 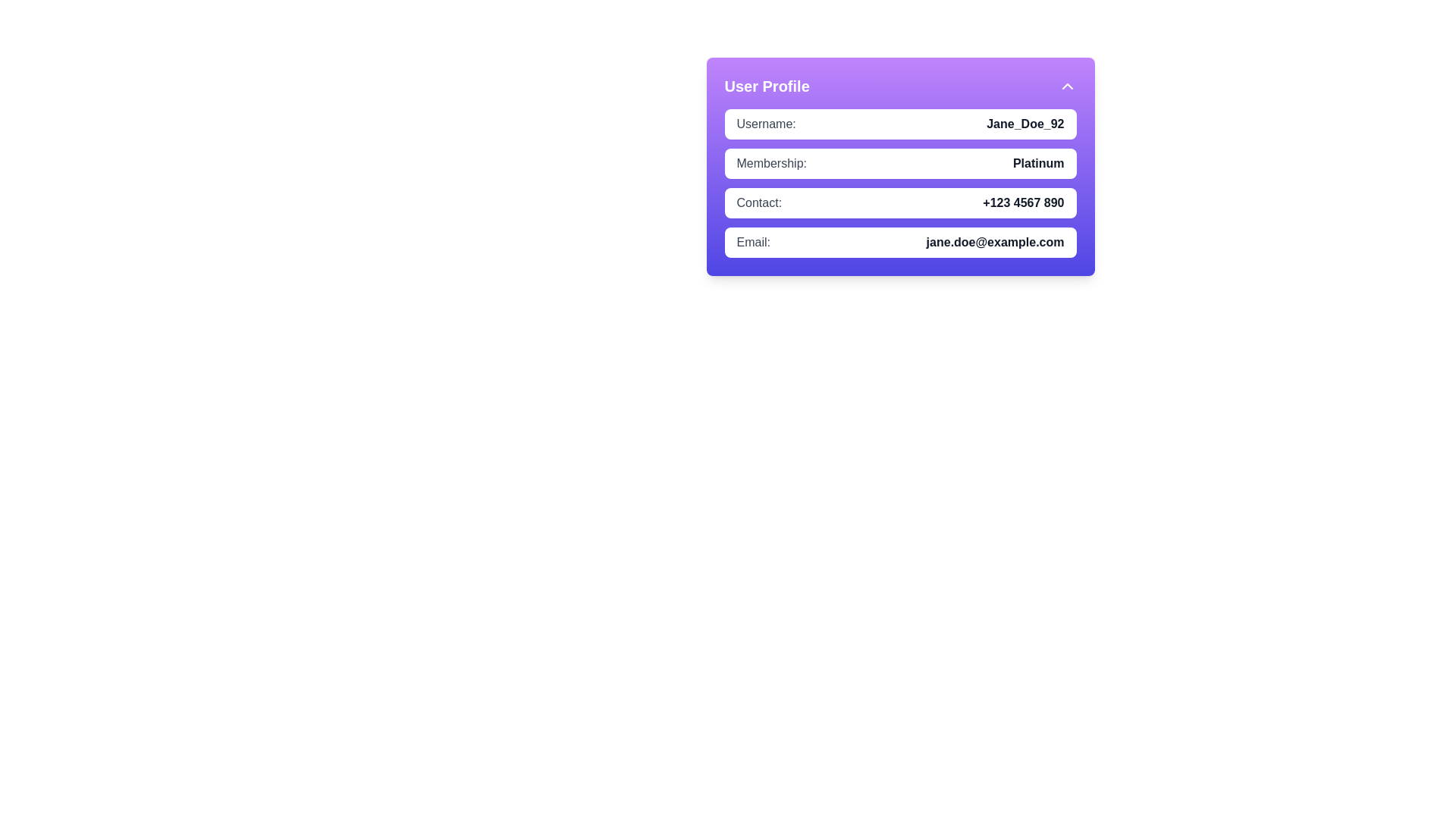 I want to click on the stylized text block displaying user information located centrally within the 'User Profile' purple card, so click(x=900, y=183).